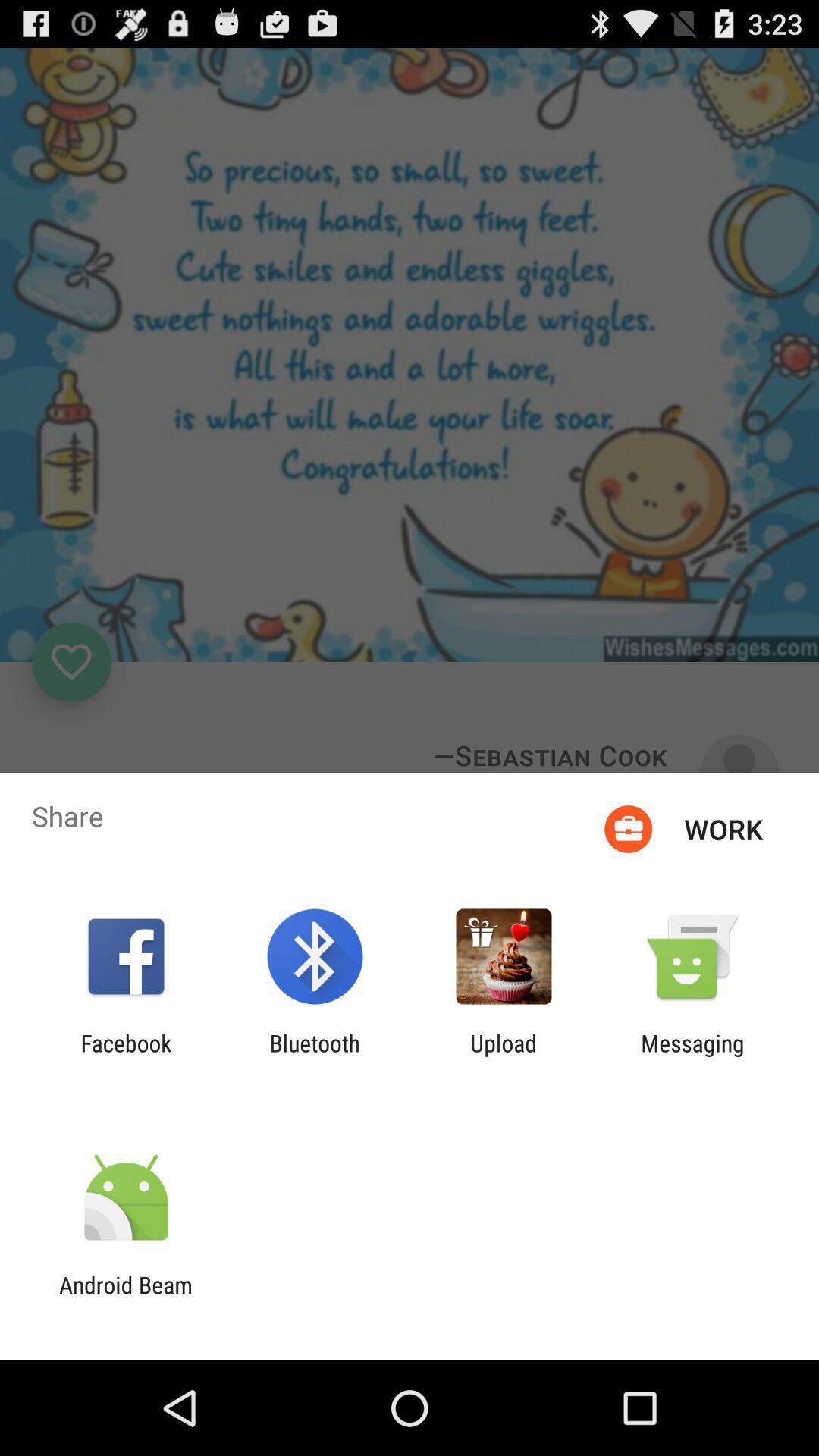 This screenshot has height=1456, width=819. Describe the element at coordinates (504, 1056) in the screenshot. I see `icon to the right of the bluetooth app` at that location.